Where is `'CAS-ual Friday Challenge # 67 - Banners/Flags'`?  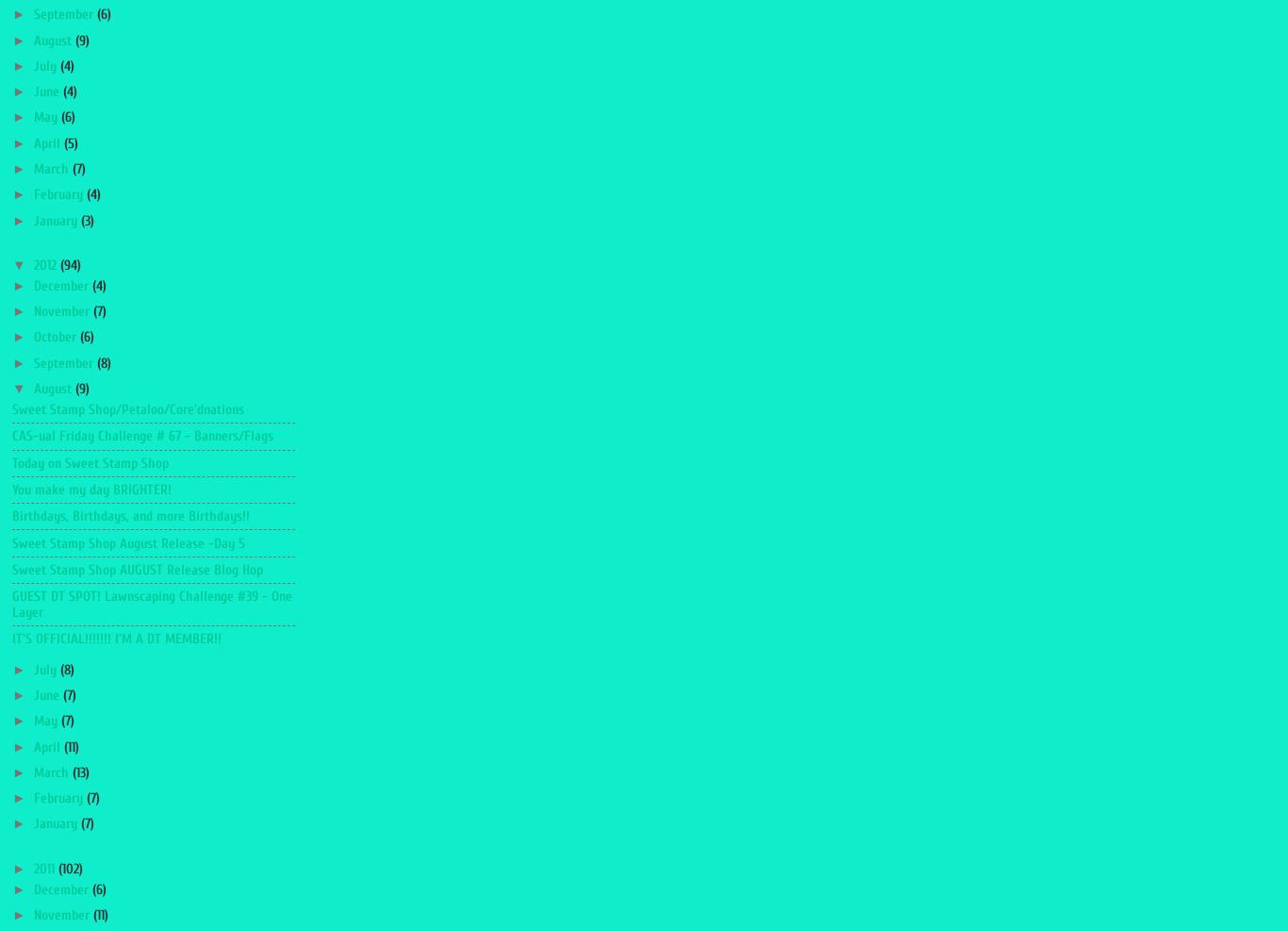
'CAS-ual Friday Challenge # 67 - Banners/Flags' is located at coordinates (141, 435).